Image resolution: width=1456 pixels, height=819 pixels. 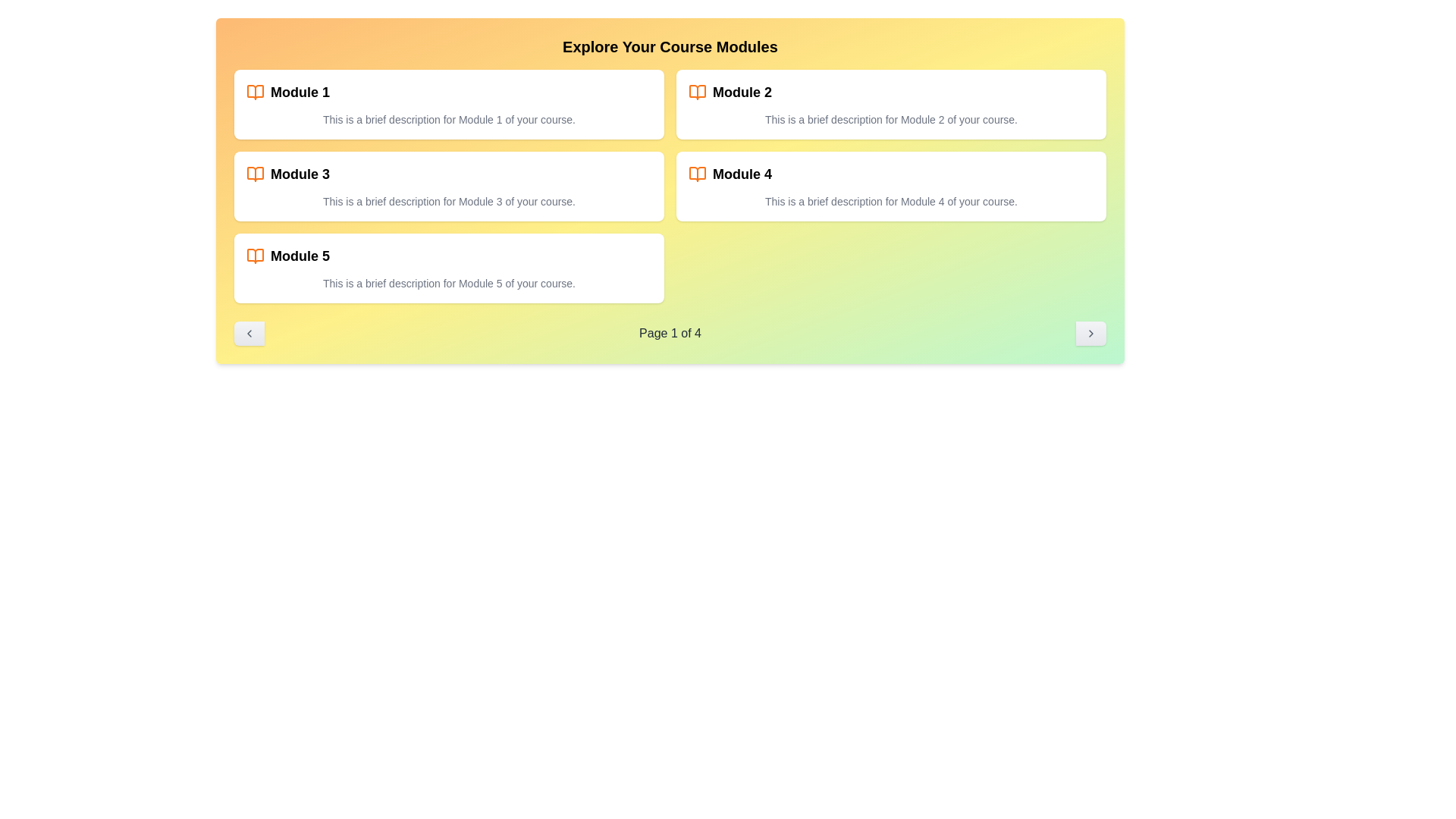 I want to click on text label displaying 'Module 1' which is located within the first module card on the left of the top row in a grid layout, accompanied by an orange icon, so click(x=300, y=93).